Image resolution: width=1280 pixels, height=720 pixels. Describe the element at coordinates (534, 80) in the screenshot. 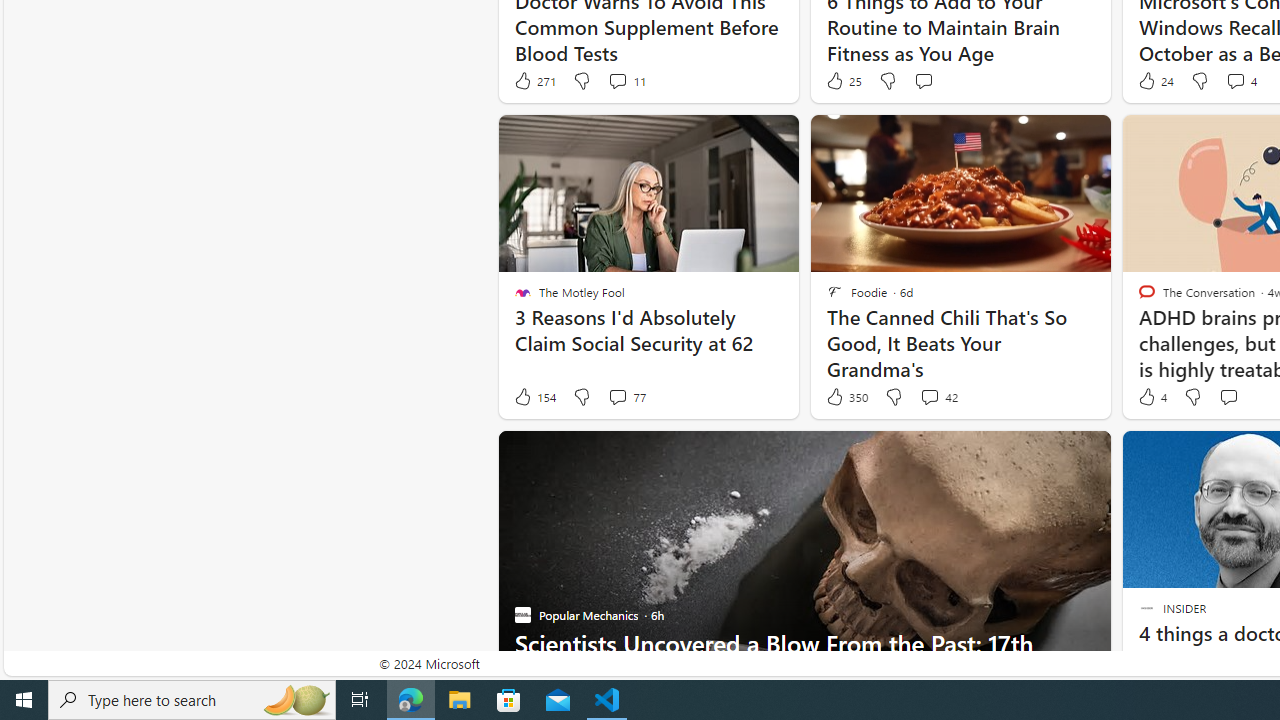

I see `'271 Like'` at that location.